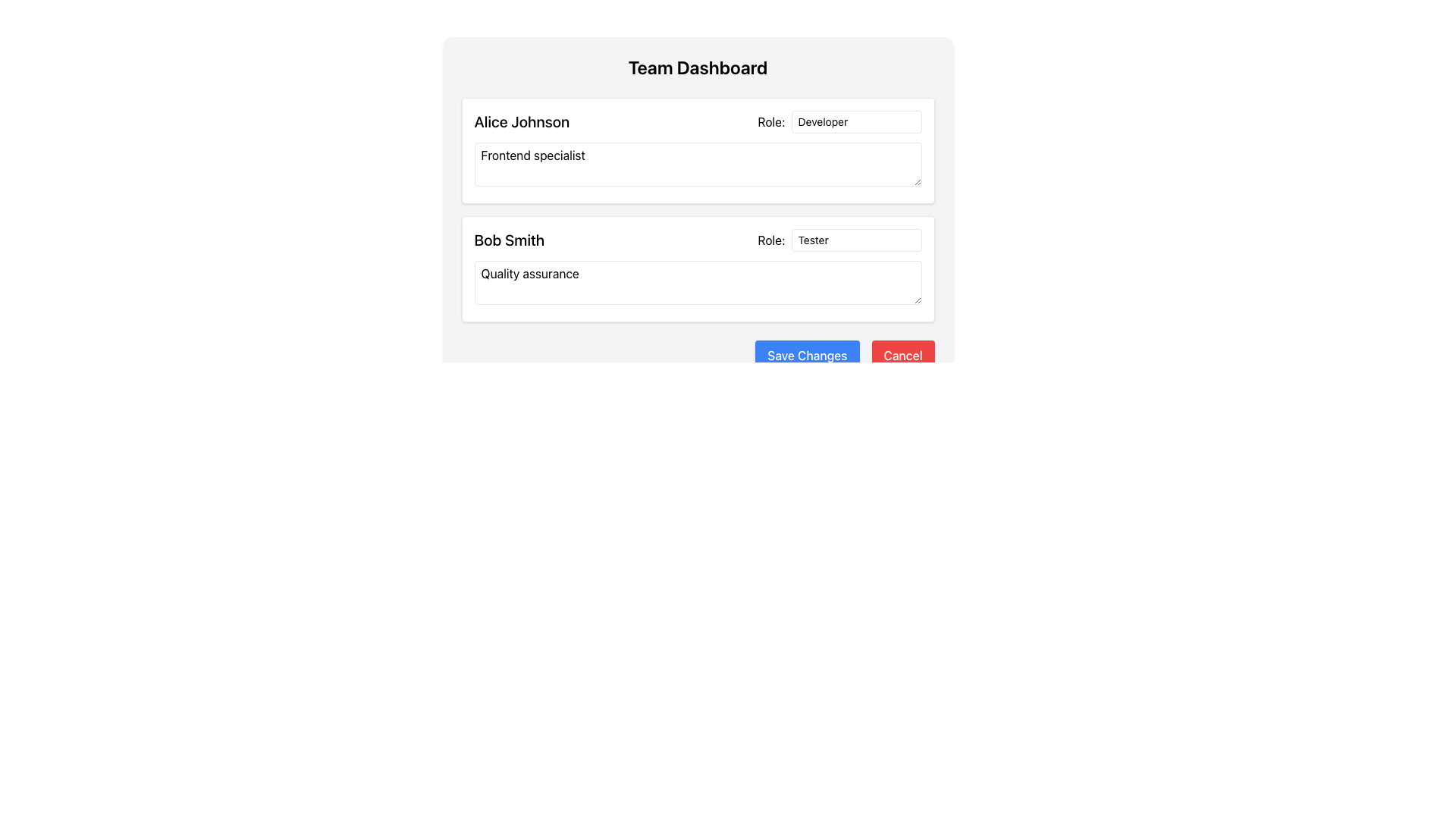  I want to click on the 'Save Changes' button with a blue background and white text, so click(806, 356).